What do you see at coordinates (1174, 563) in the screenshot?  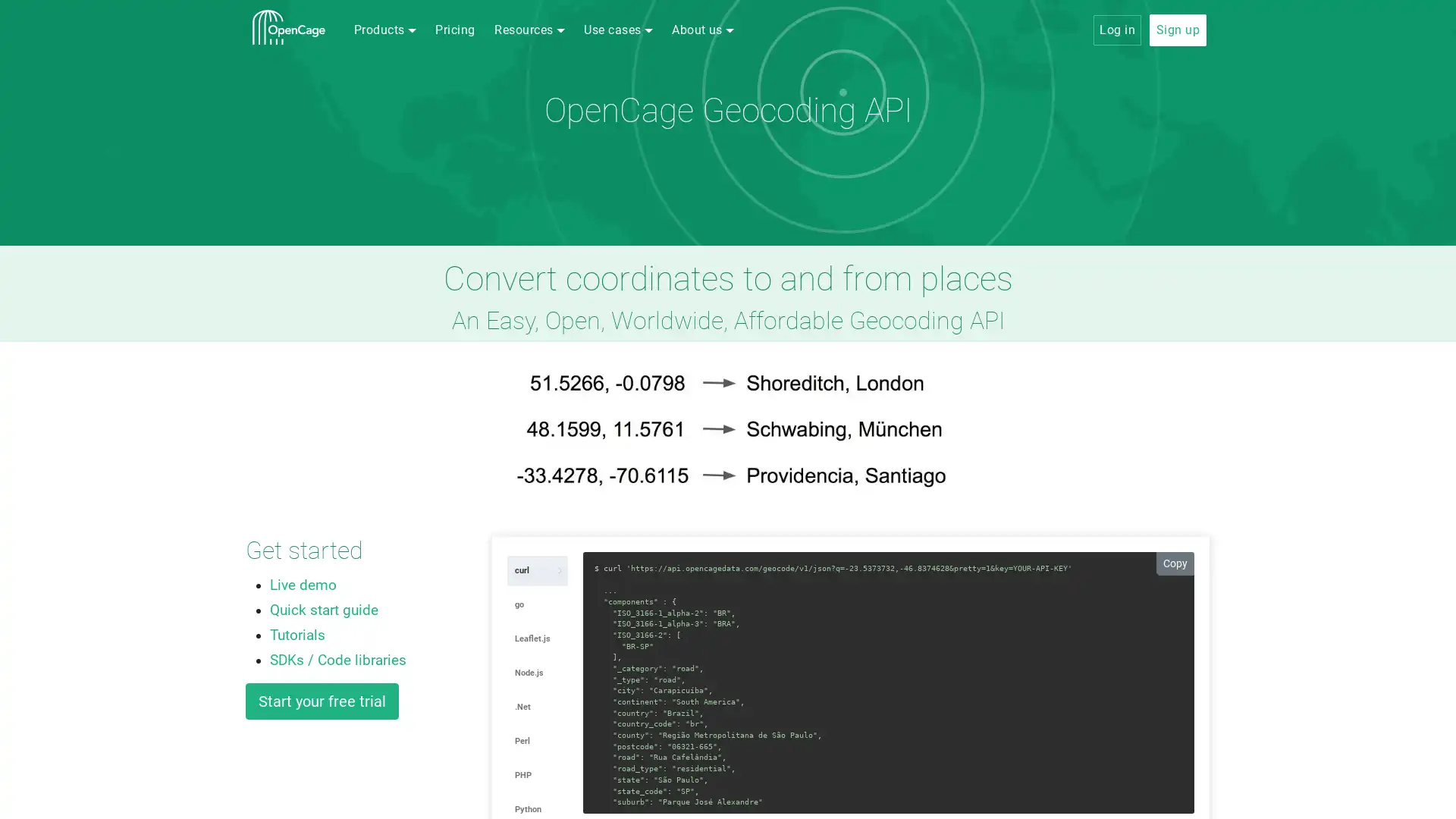 I see `Copy` at bounding box center [1174, 563].